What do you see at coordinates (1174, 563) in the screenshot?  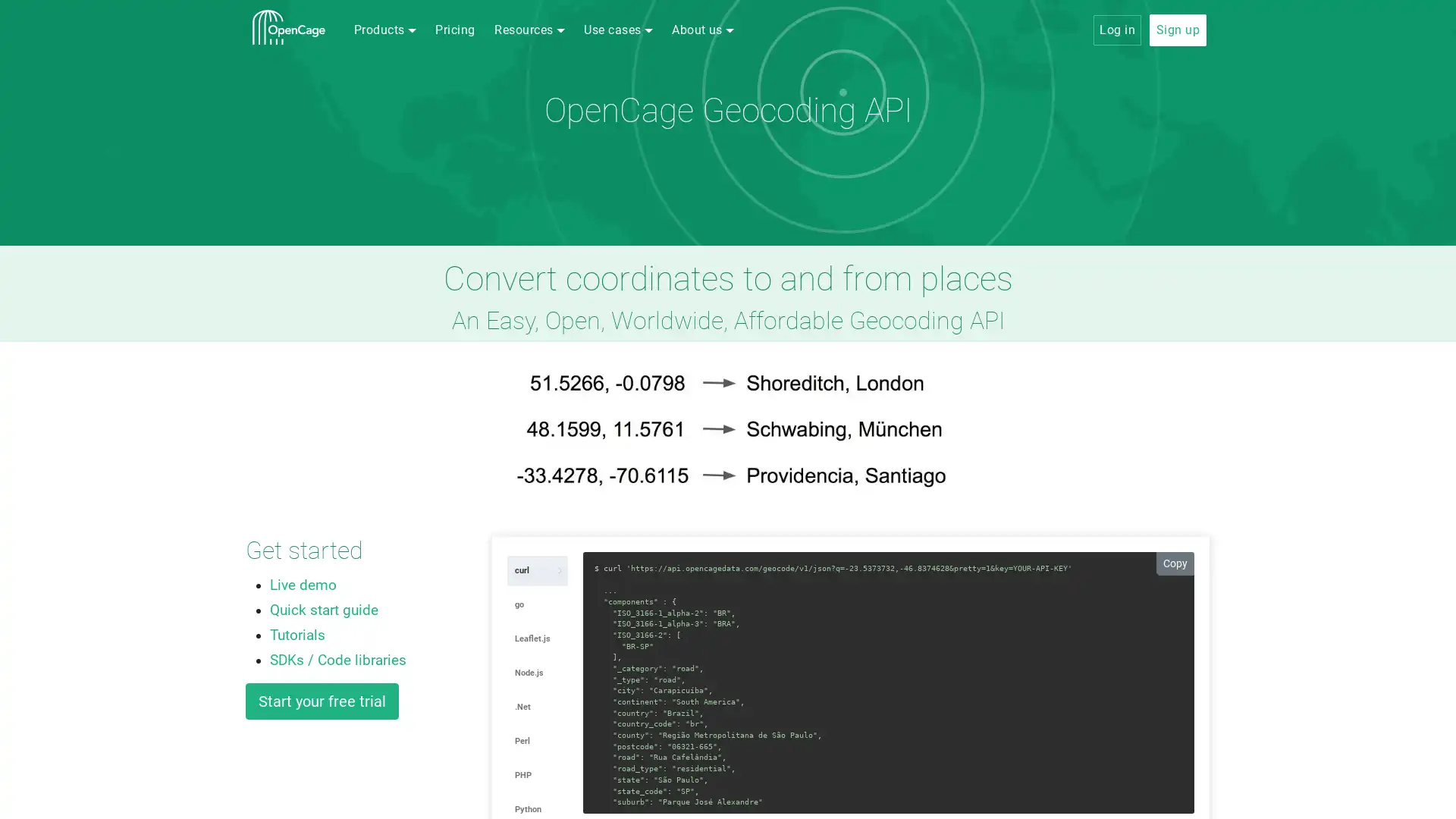 I see `Copy` at bounding box center [1174, 563].